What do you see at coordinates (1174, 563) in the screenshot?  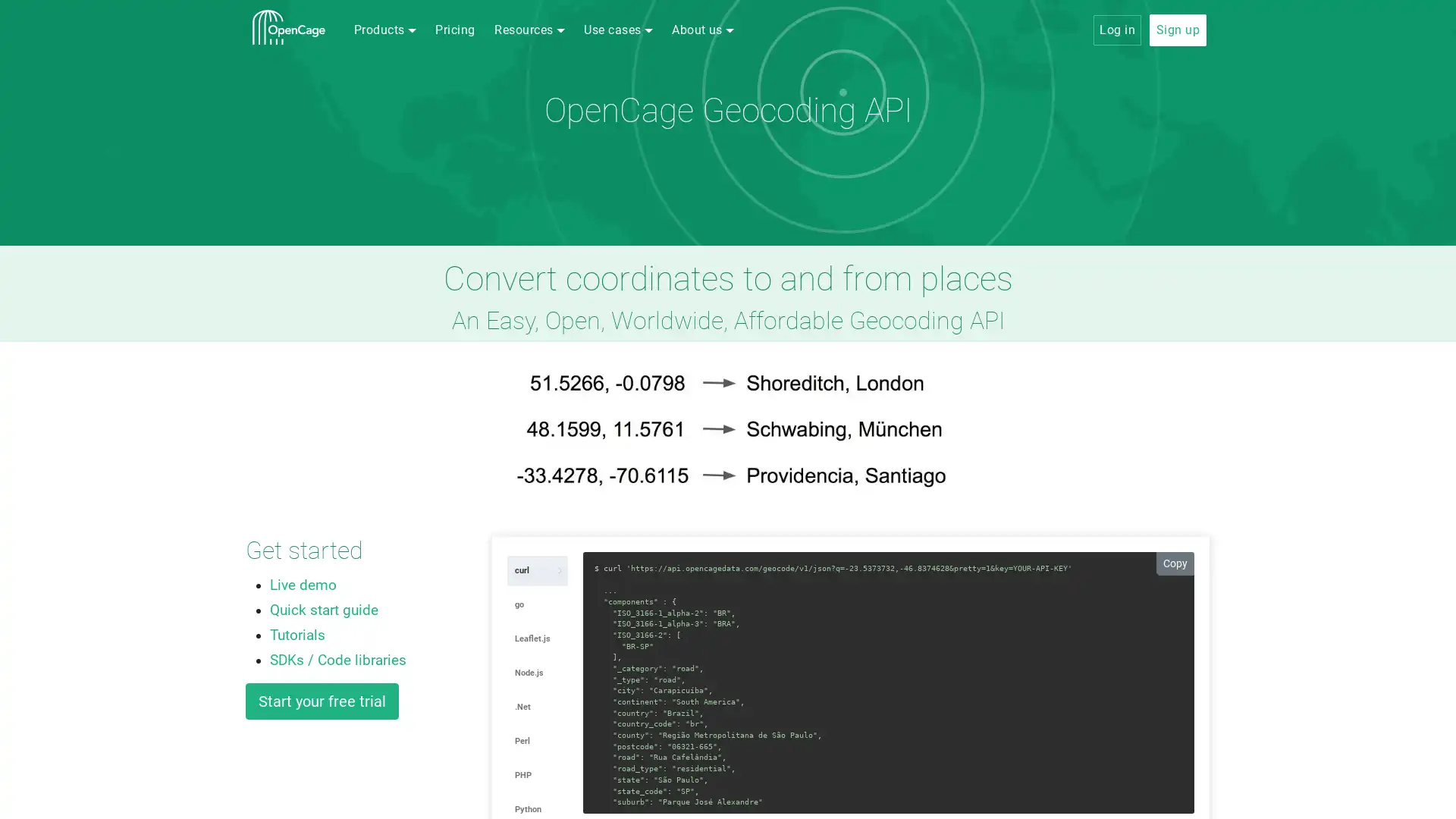 I see `Copy` at bounding box center [1174, 563].